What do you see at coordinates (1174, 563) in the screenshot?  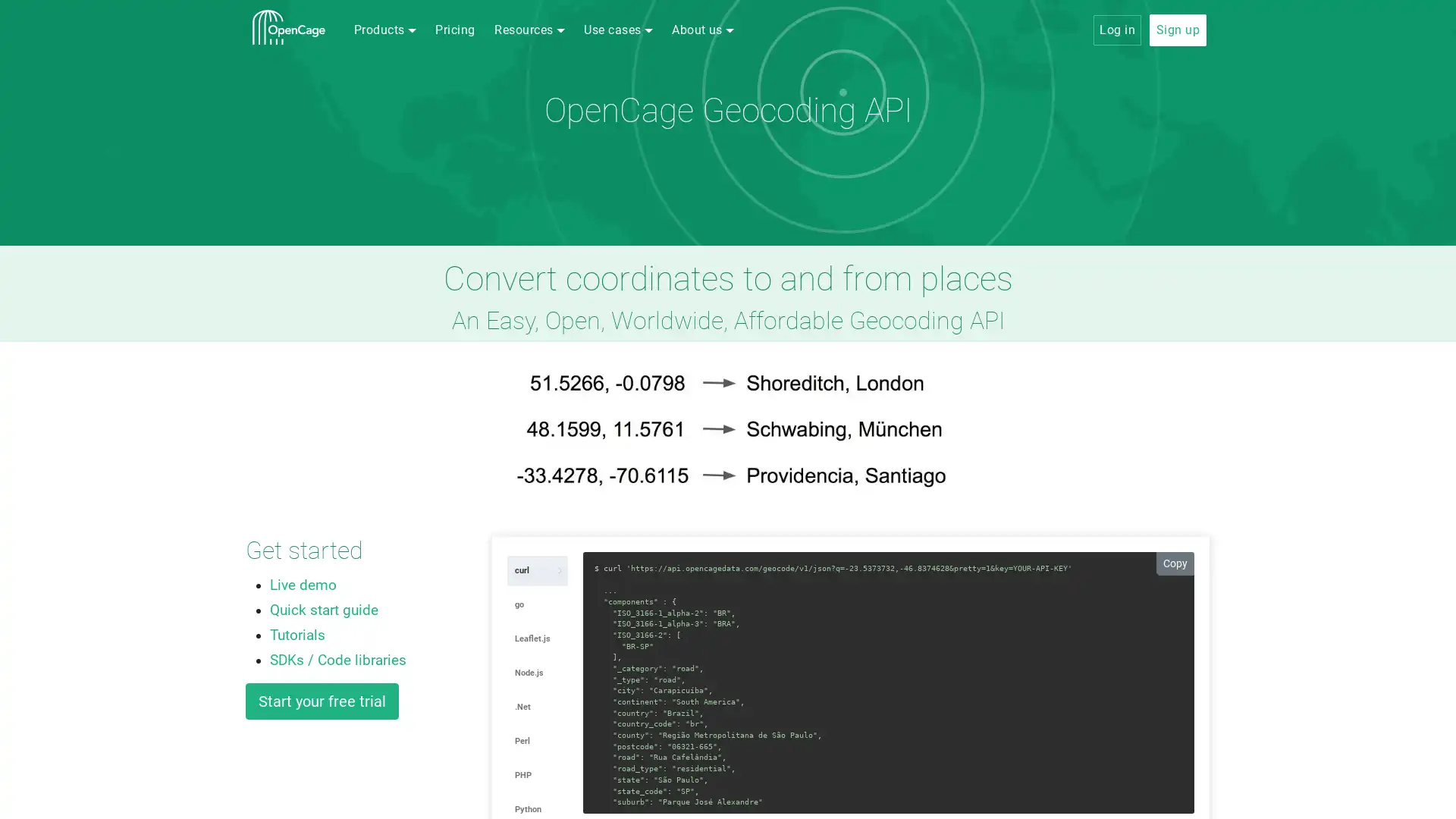 I see `Copy` at bounding box center [1174, 563].